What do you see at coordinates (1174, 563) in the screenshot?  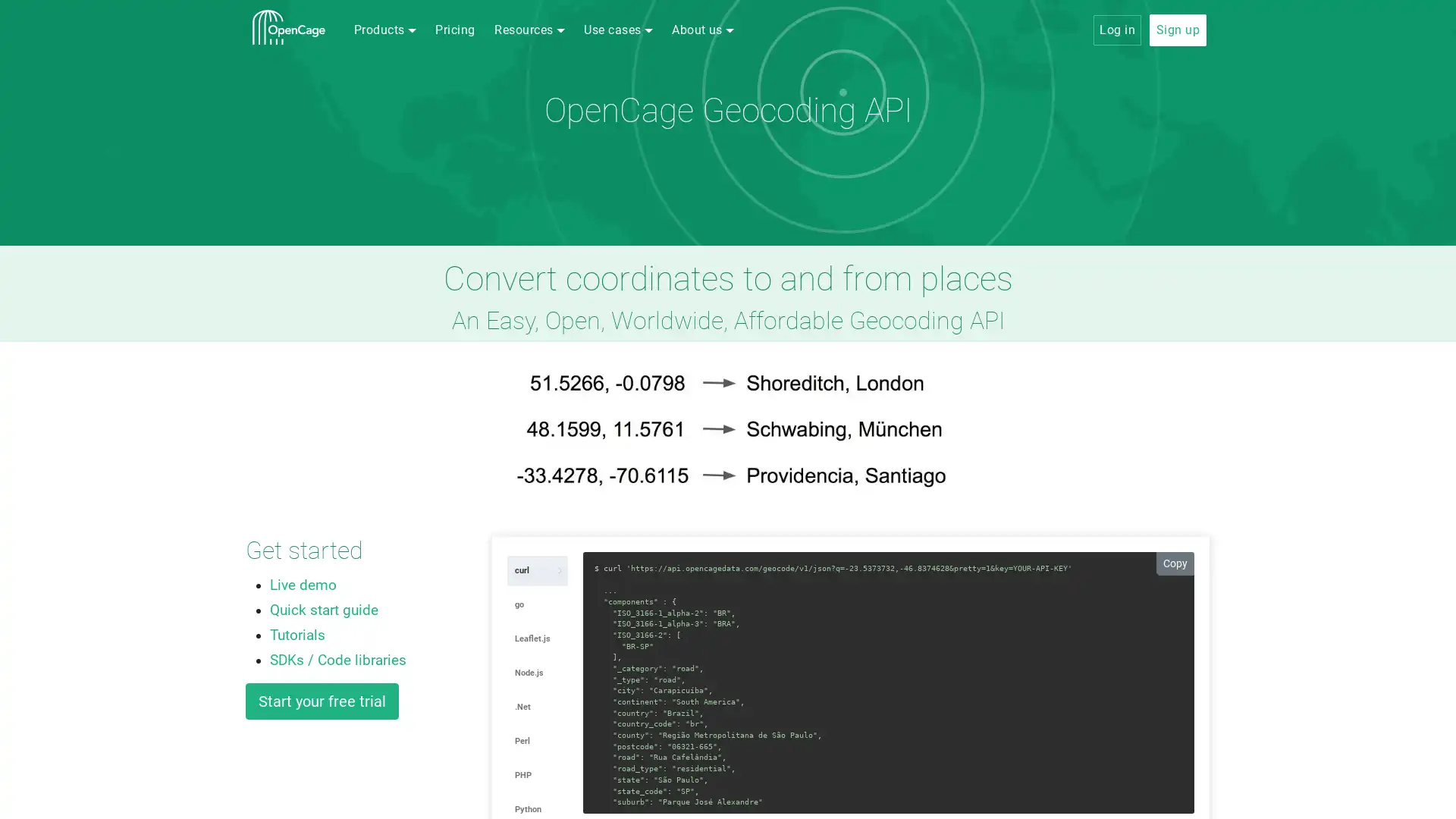 I see `Copy` at bounding box center [1174, 563].